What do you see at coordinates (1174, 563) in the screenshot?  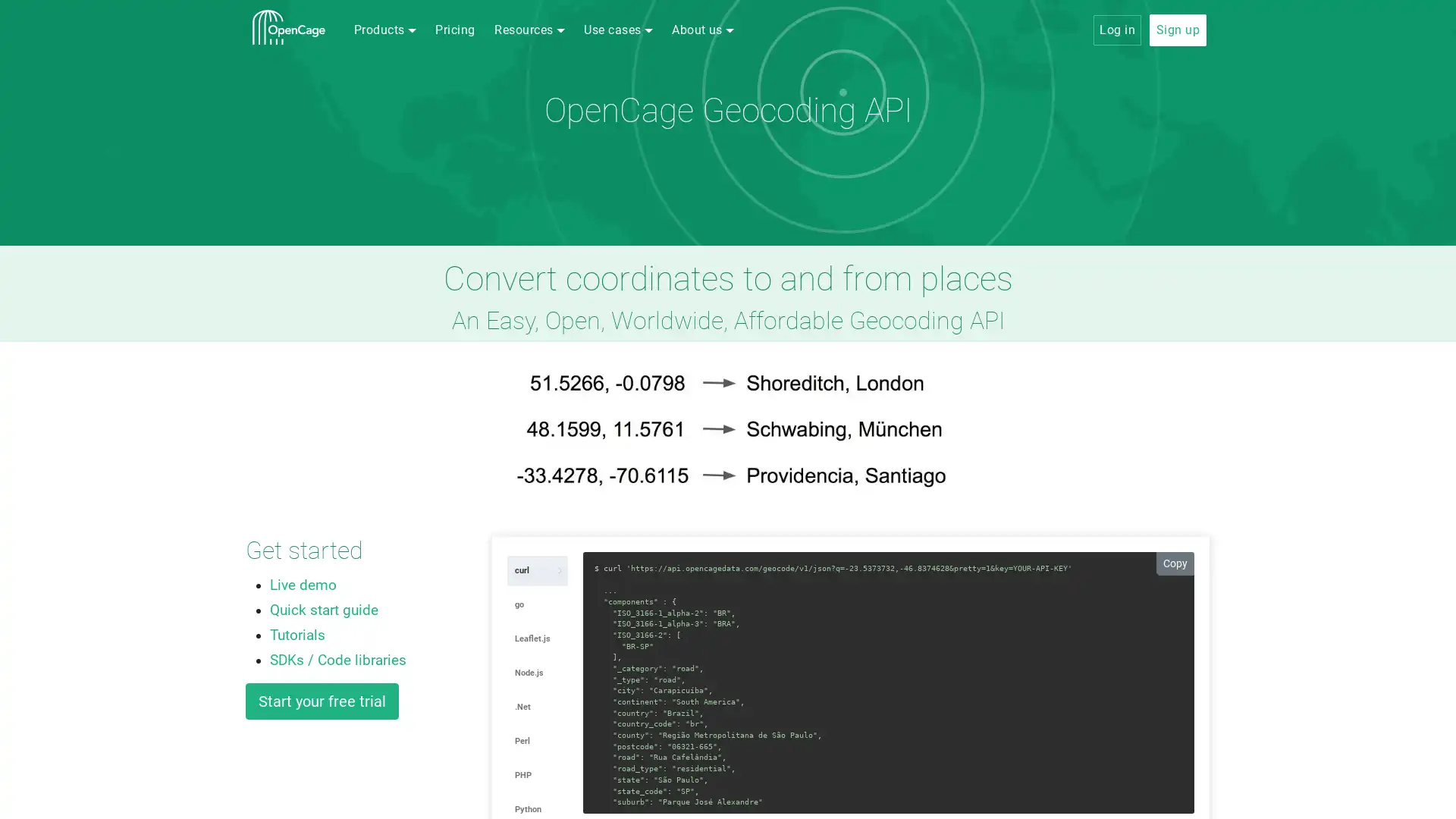 I see `Copy` at bounding box center [1174, 563].